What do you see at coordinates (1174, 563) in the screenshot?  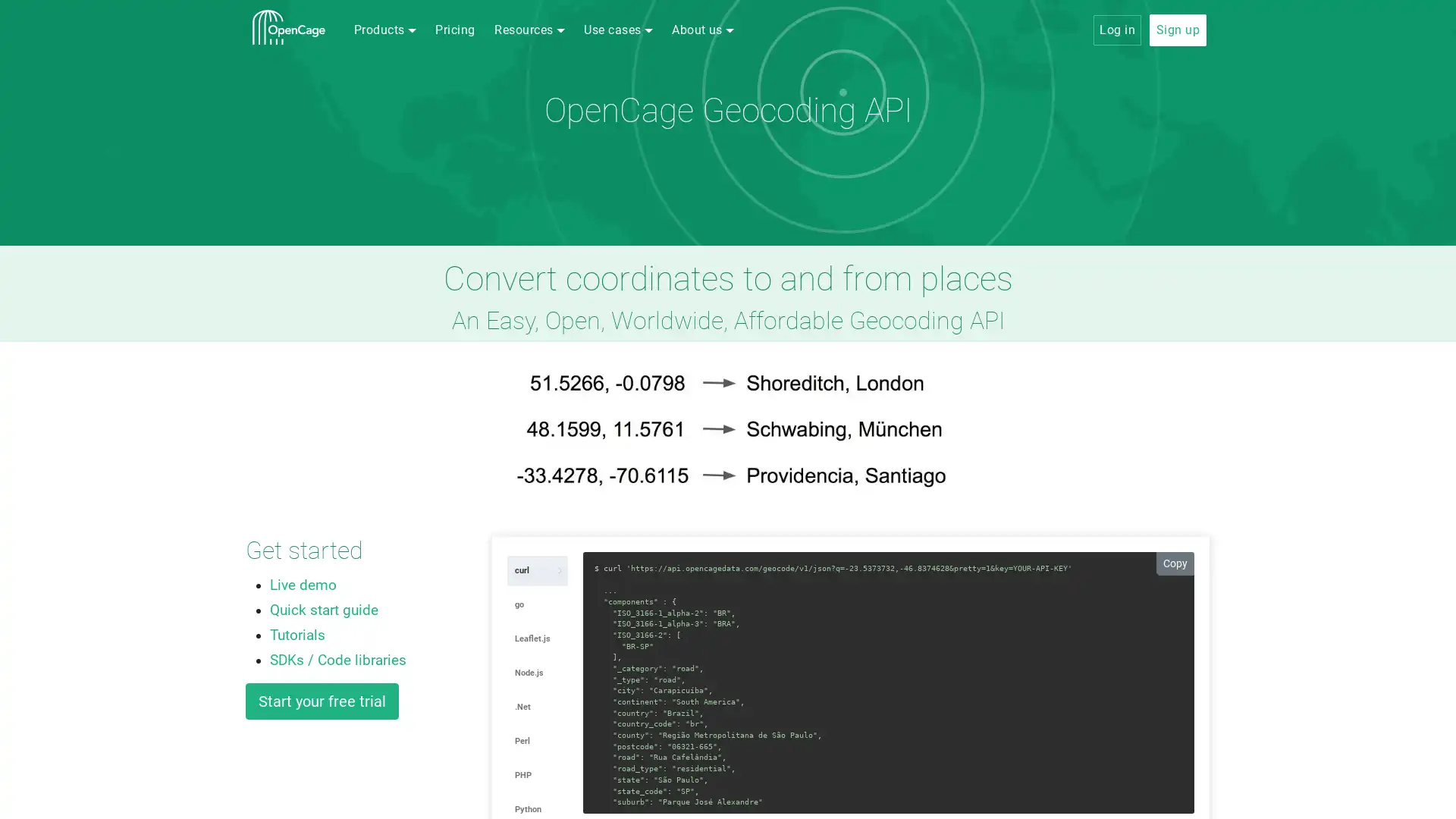 I see `Copy` at bounding box center [1174, 563].